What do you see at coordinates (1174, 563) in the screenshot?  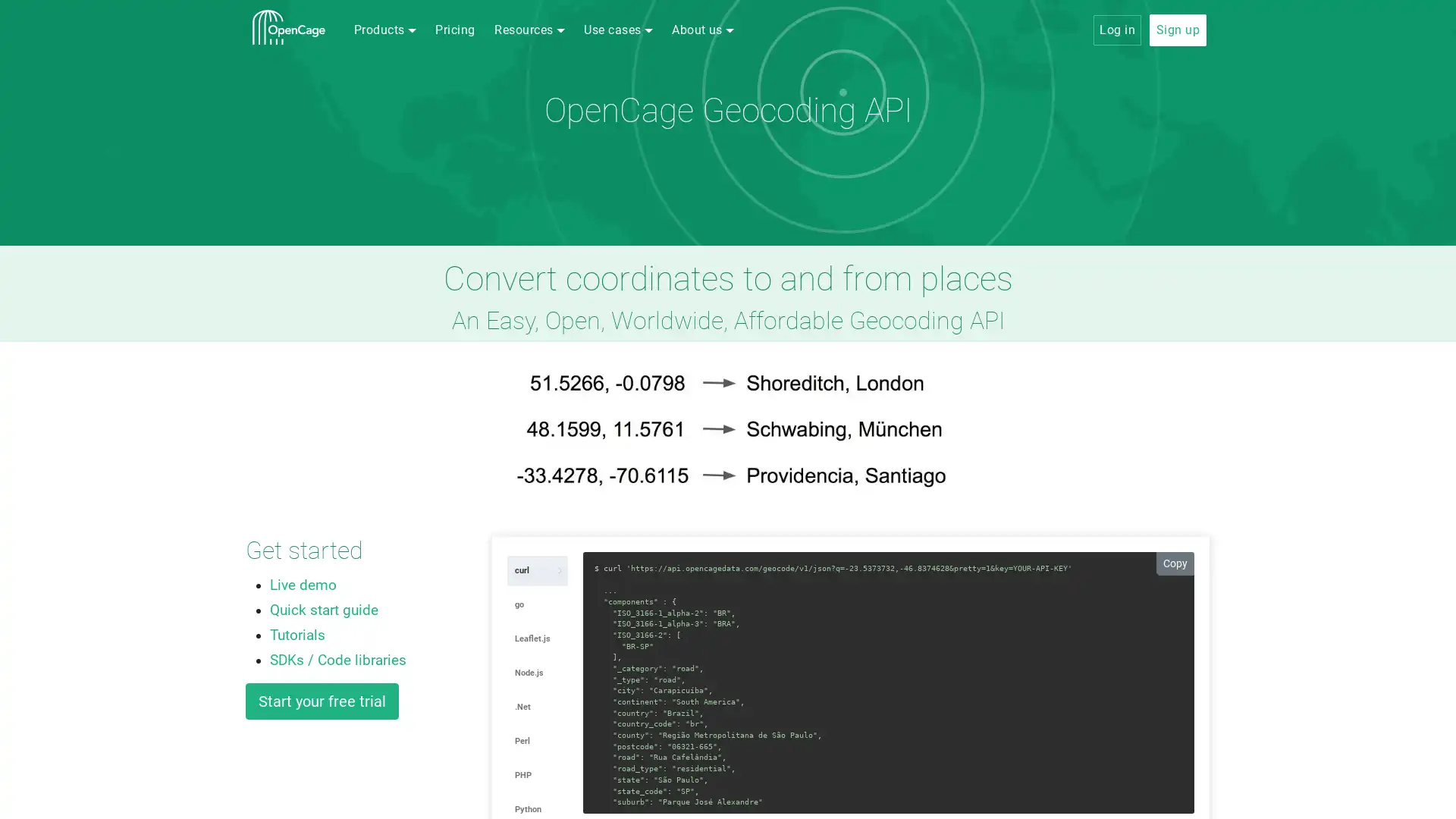 I see `Copy` at bounding box center [1174, 563].